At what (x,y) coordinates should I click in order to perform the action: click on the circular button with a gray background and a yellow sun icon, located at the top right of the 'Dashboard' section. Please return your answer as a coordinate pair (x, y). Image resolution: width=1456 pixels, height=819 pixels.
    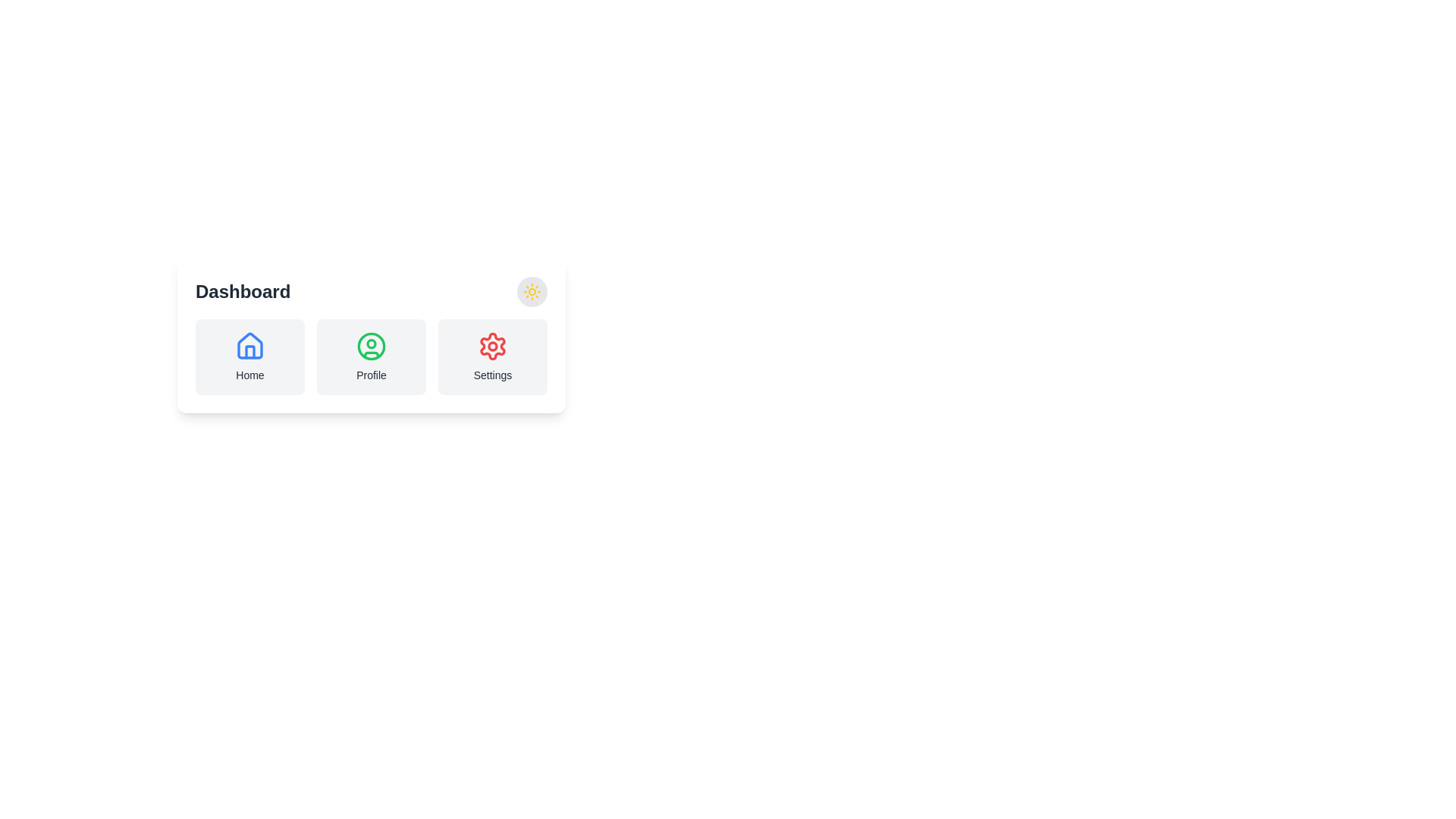
    Looking at the image, I should click on (532, 292).